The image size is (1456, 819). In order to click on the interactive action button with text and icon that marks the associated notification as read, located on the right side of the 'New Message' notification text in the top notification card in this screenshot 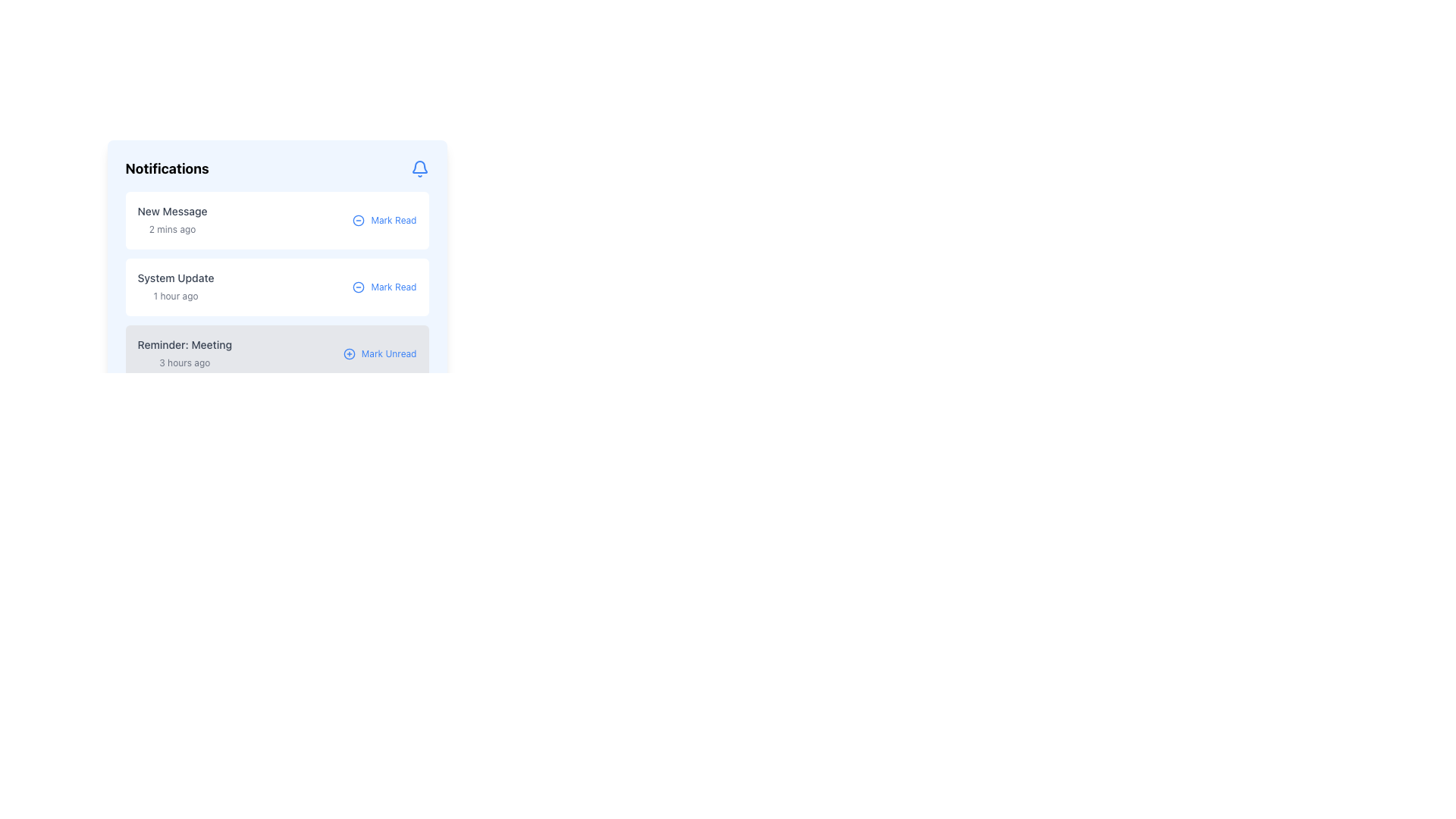, I will do `click(384, 220)`.